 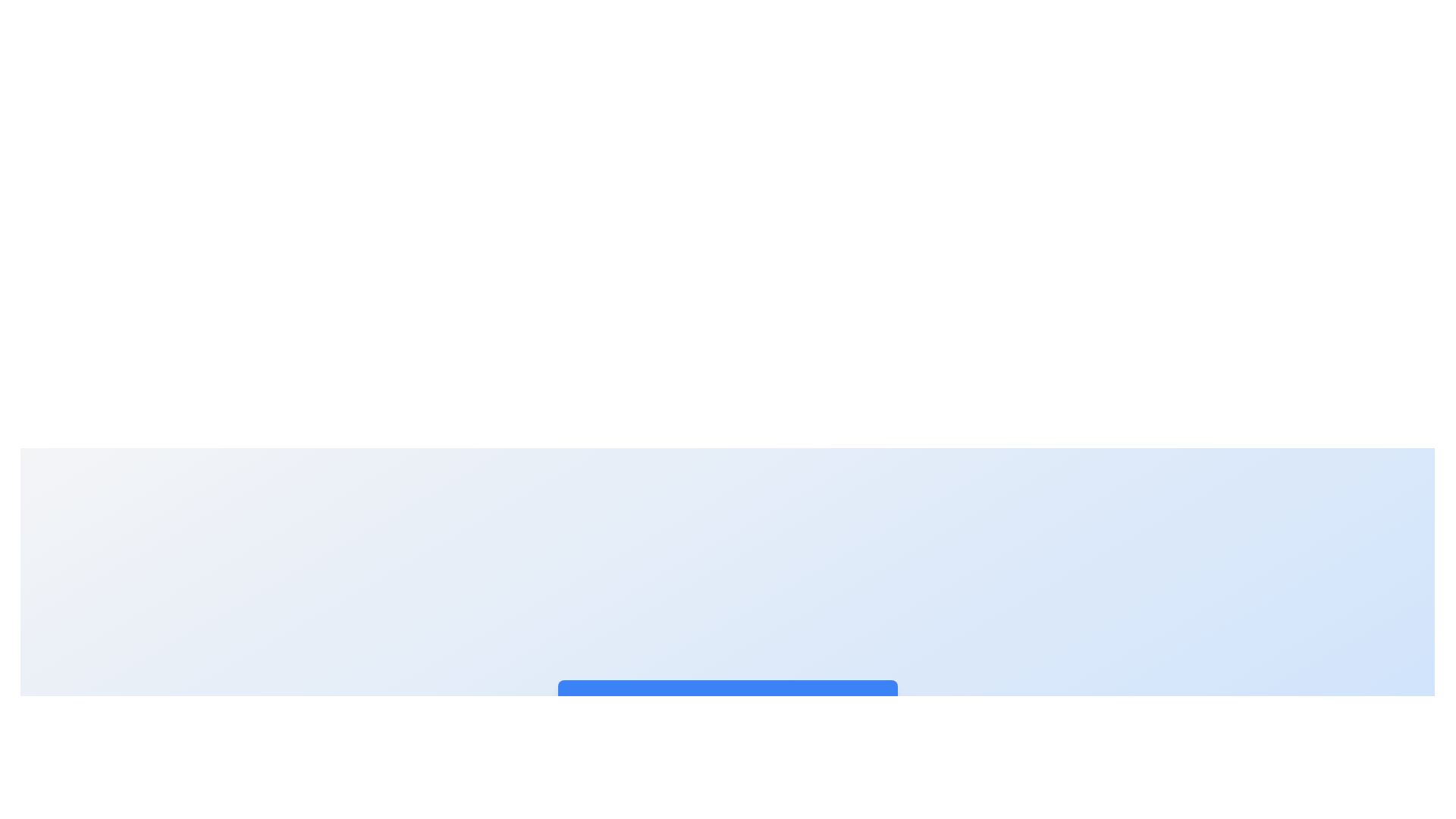 What do you see at coordinates (863, 702) in the screenshot?
I see `'Close' button to toggle the menu's open/close state` at bounding box center [863, 702].